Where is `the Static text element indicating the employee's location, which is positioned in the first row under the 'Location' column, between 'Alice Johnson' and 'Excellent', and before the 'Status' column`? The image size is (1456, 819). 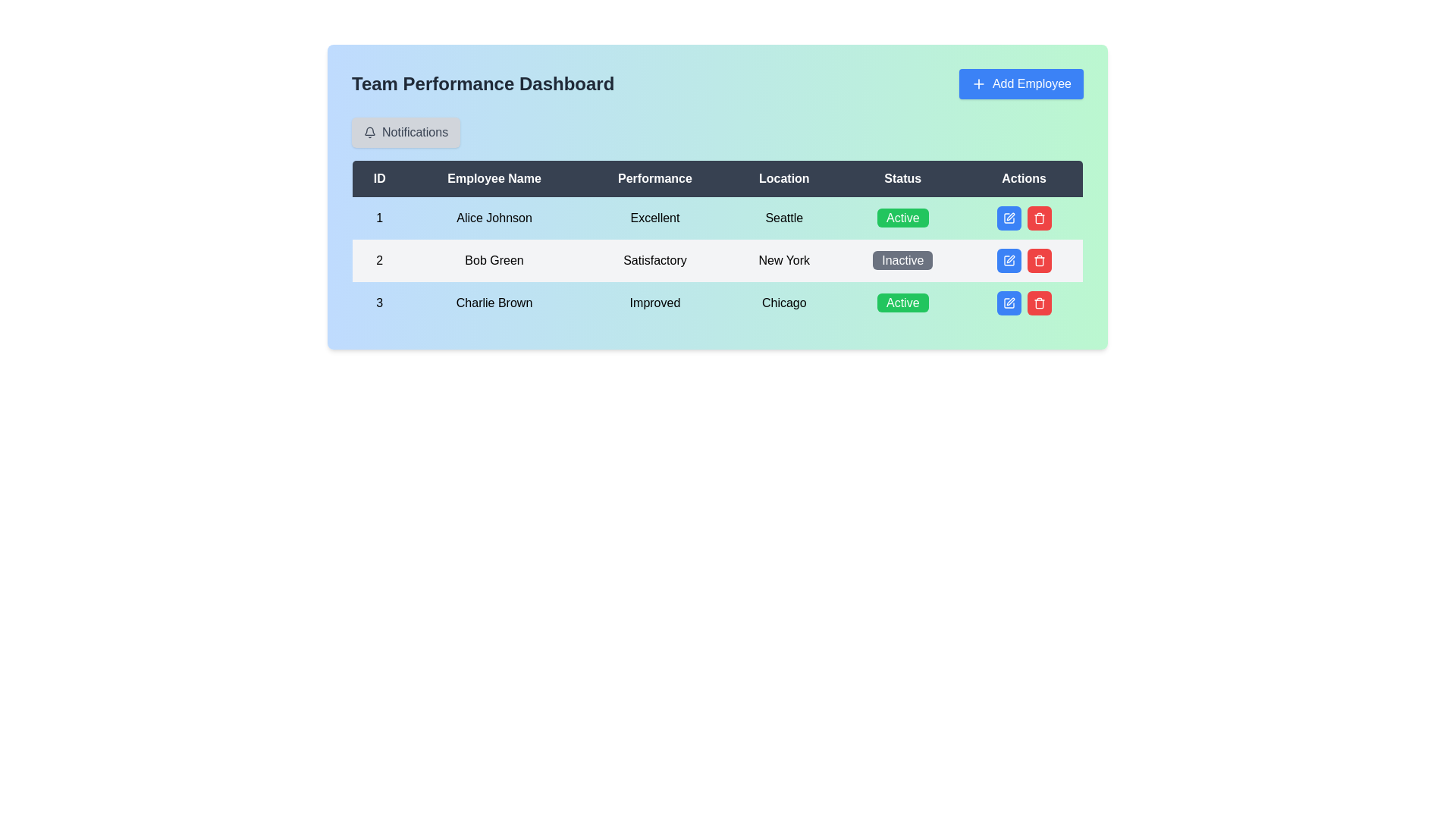 the Static text element indicating the employee's location, which is positioned in the first row under the 'Location' column, between 'Alice Johnson' and 'Excellent', and before the 'Status' column is located at coordinates (784, 218).